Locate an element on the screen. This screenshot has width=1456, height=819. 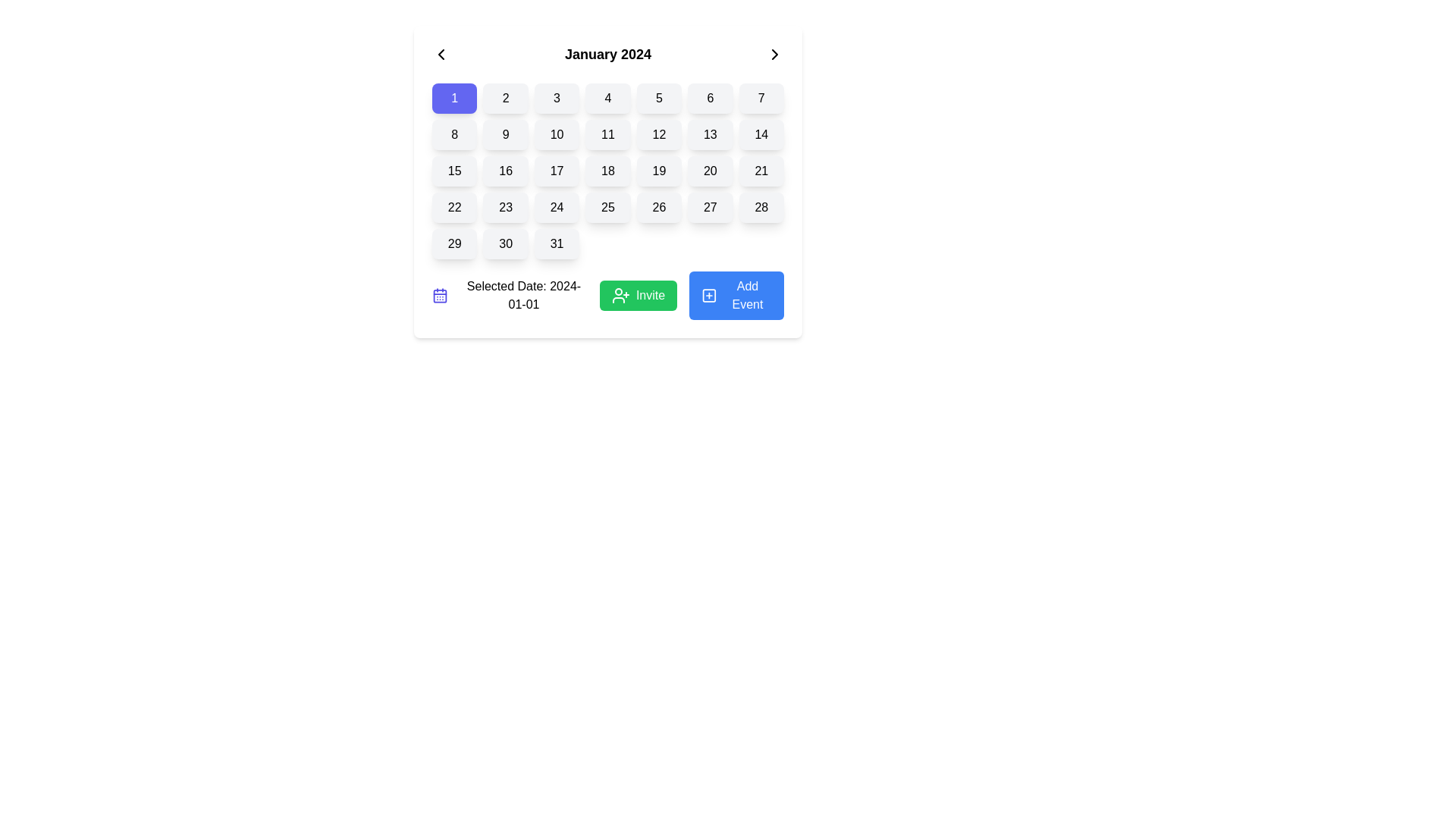
the calendar day cell displaying the number '27', which is located in the 7th column and 4th row of the grid, characterized by its rounded corners and light gray background is located at coordinates (709, 207).